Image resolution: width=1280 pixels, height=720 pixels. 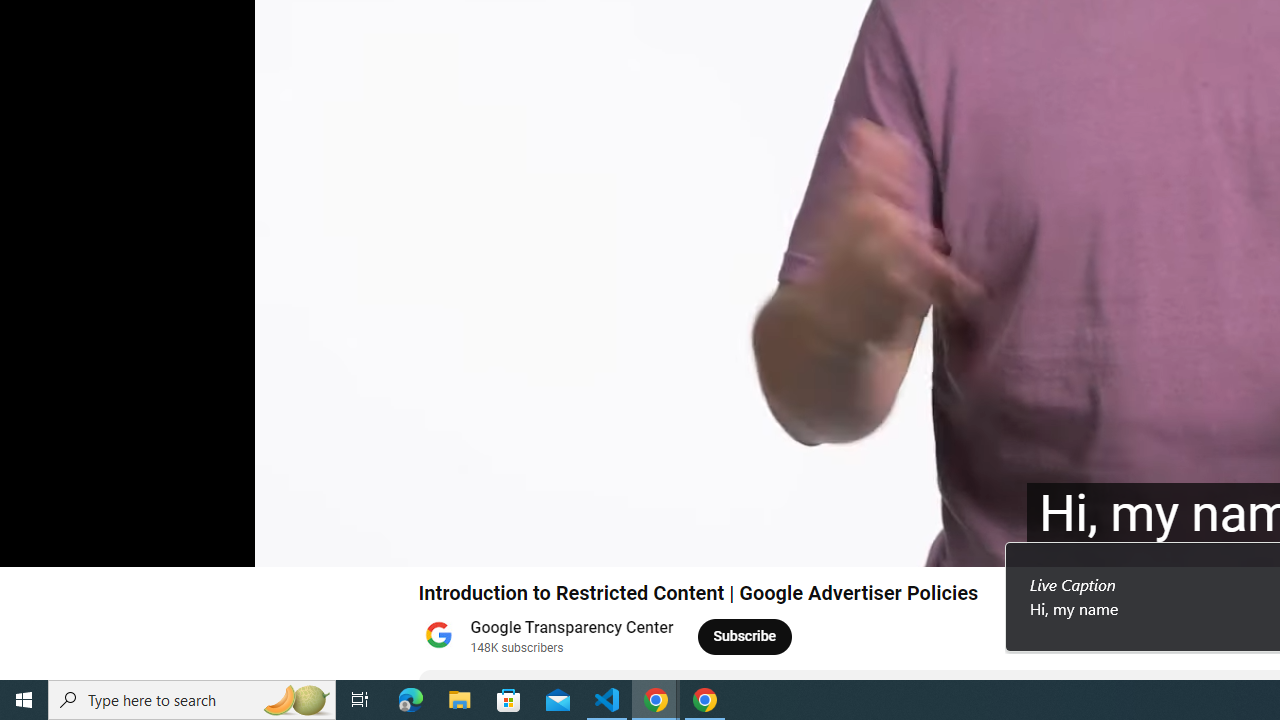 I want to click on 'Subscribe to Google Transparency Center.', so click(x=744, y=636).